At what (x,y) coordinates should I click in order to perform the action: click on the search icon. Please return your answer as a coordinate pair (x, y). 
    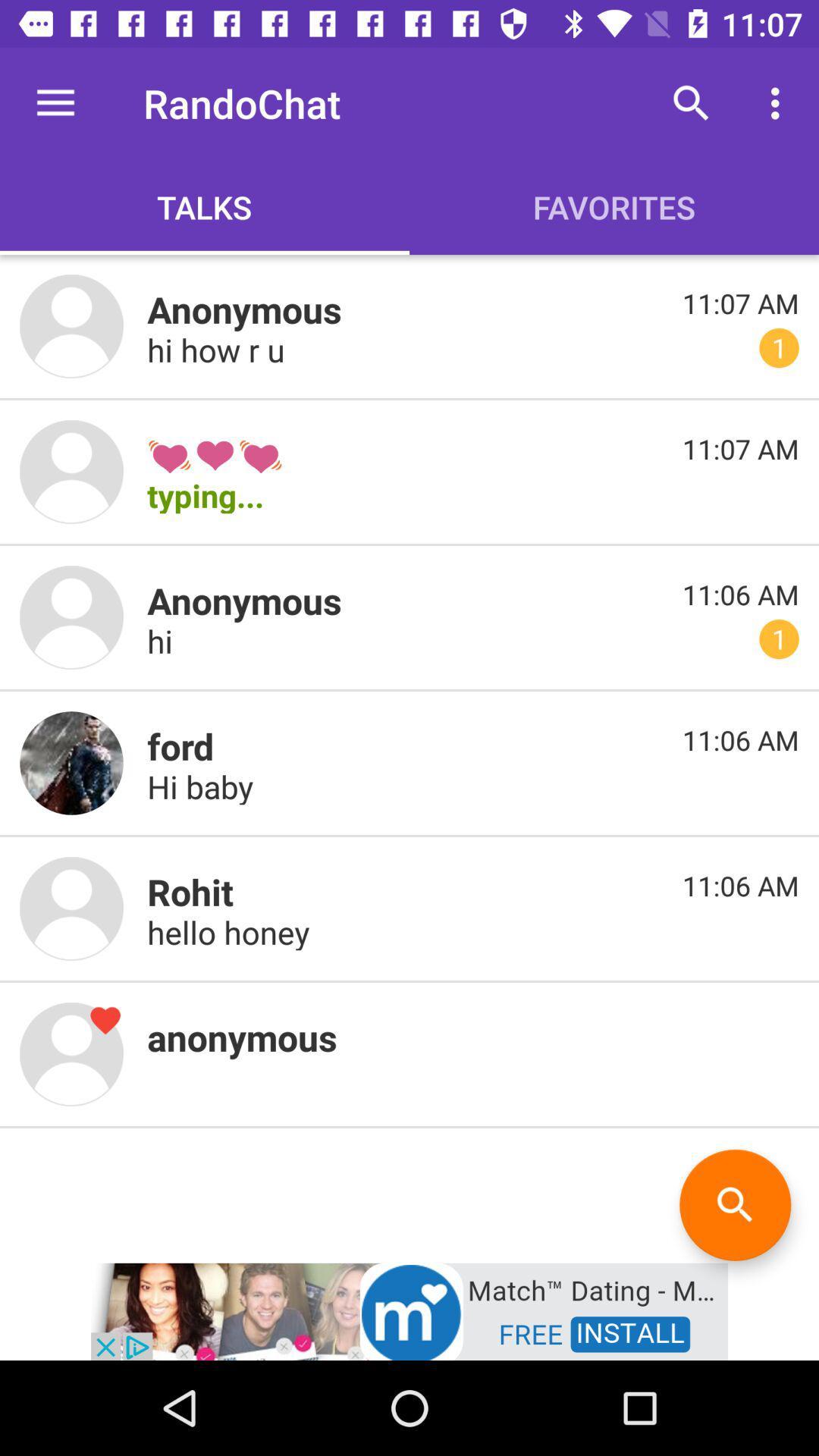
    Looking at the image, I should click on (734, 1204).